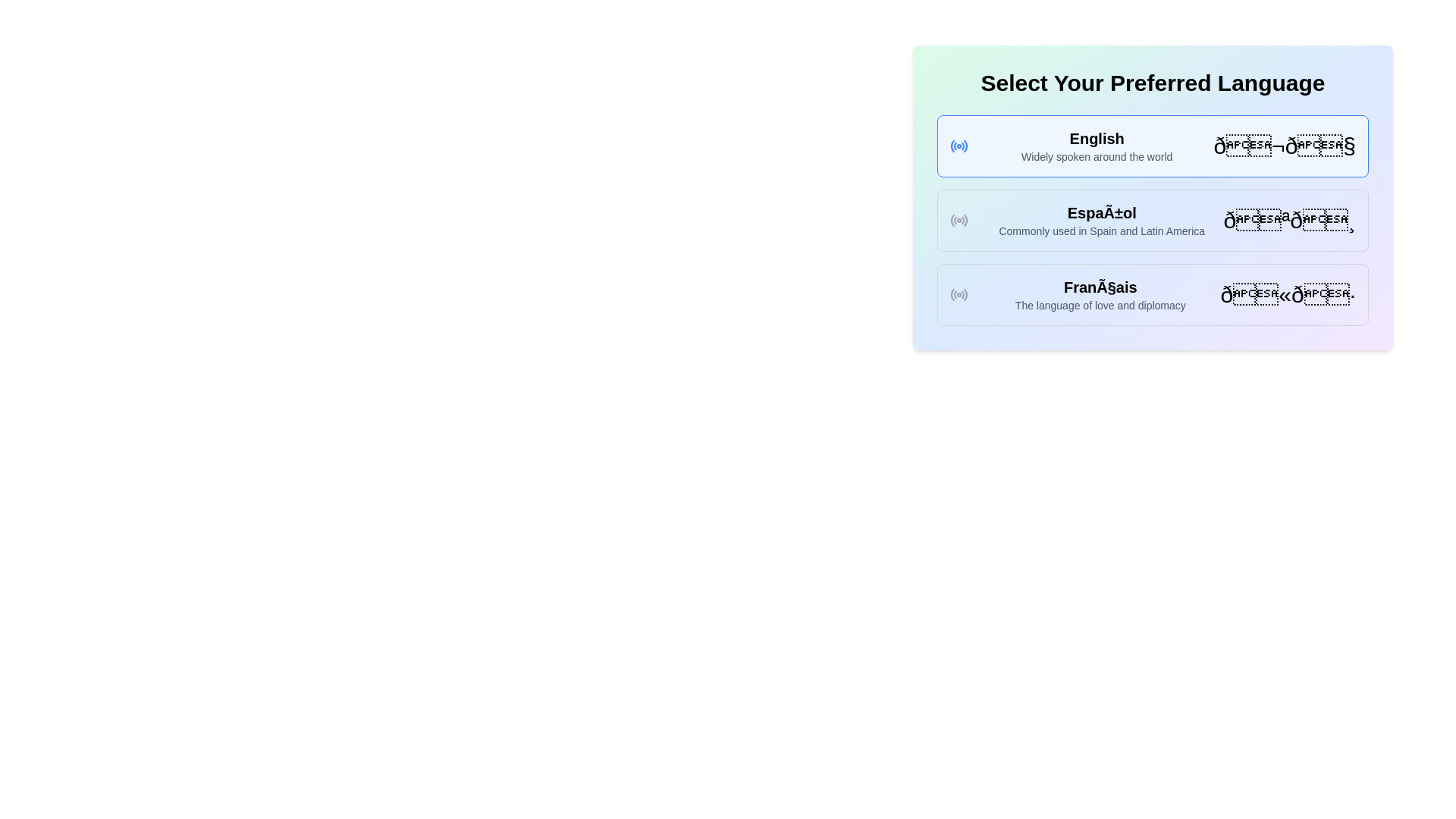 The height and width of the screenshot is (819, 1456). I want to click on text from the text label displaying 'EspaÃ±ol', which is prominently styled in a large, bold font at the top of a group of similar elements, so click(1102, 213).